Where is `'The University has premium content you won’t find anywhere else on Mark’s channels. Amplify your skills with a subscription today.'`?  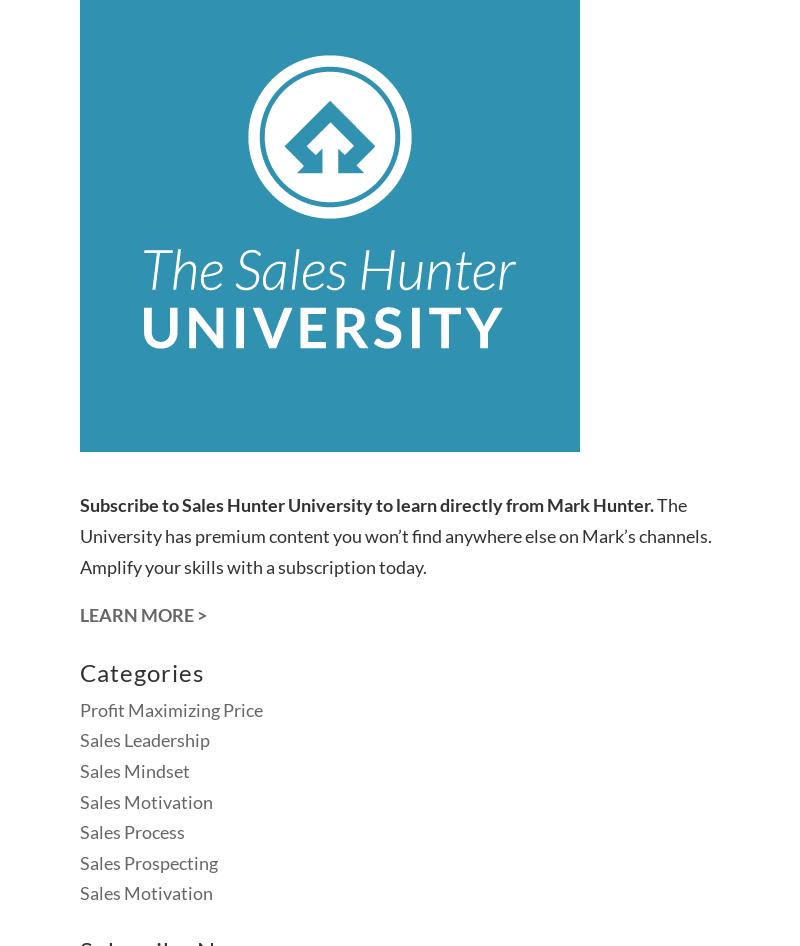
'The University has premium content you won’t find anywhere else on Mark’s channels. Amplify your skills with a subscription today.' is located at coordinates (395, 535).